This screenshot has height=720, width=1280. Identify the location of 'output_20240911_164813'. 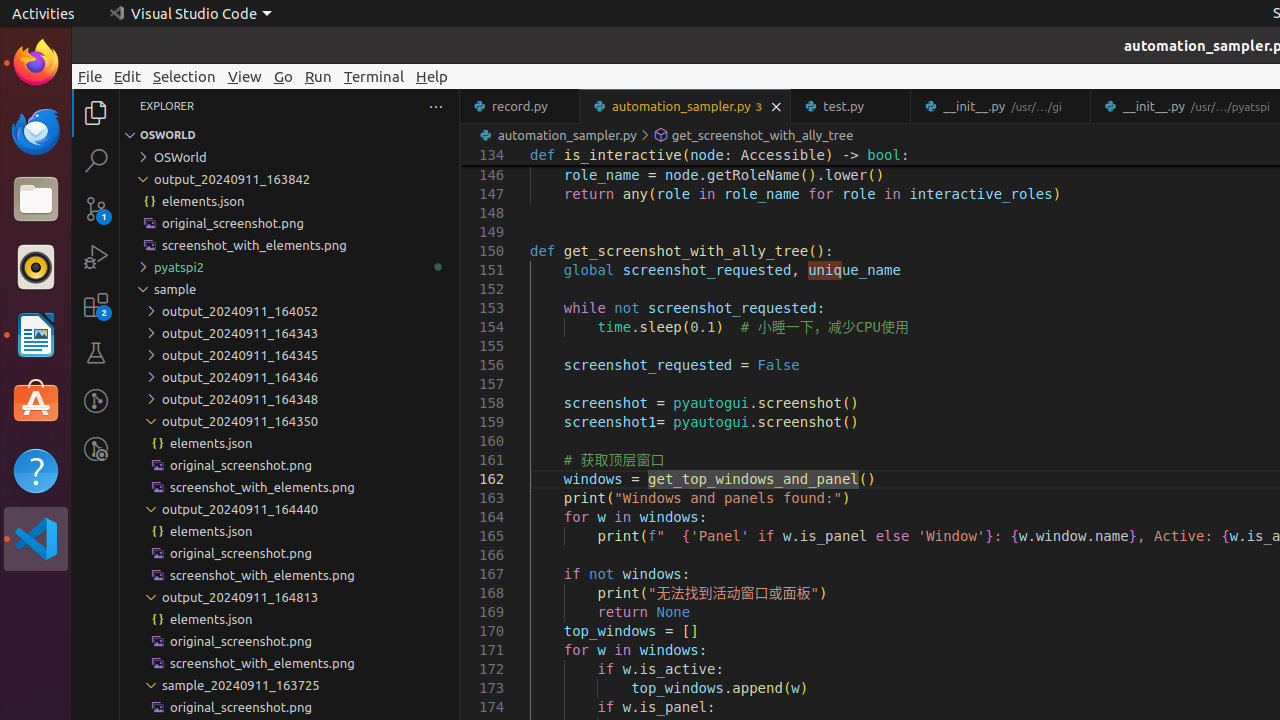
(288, 596).